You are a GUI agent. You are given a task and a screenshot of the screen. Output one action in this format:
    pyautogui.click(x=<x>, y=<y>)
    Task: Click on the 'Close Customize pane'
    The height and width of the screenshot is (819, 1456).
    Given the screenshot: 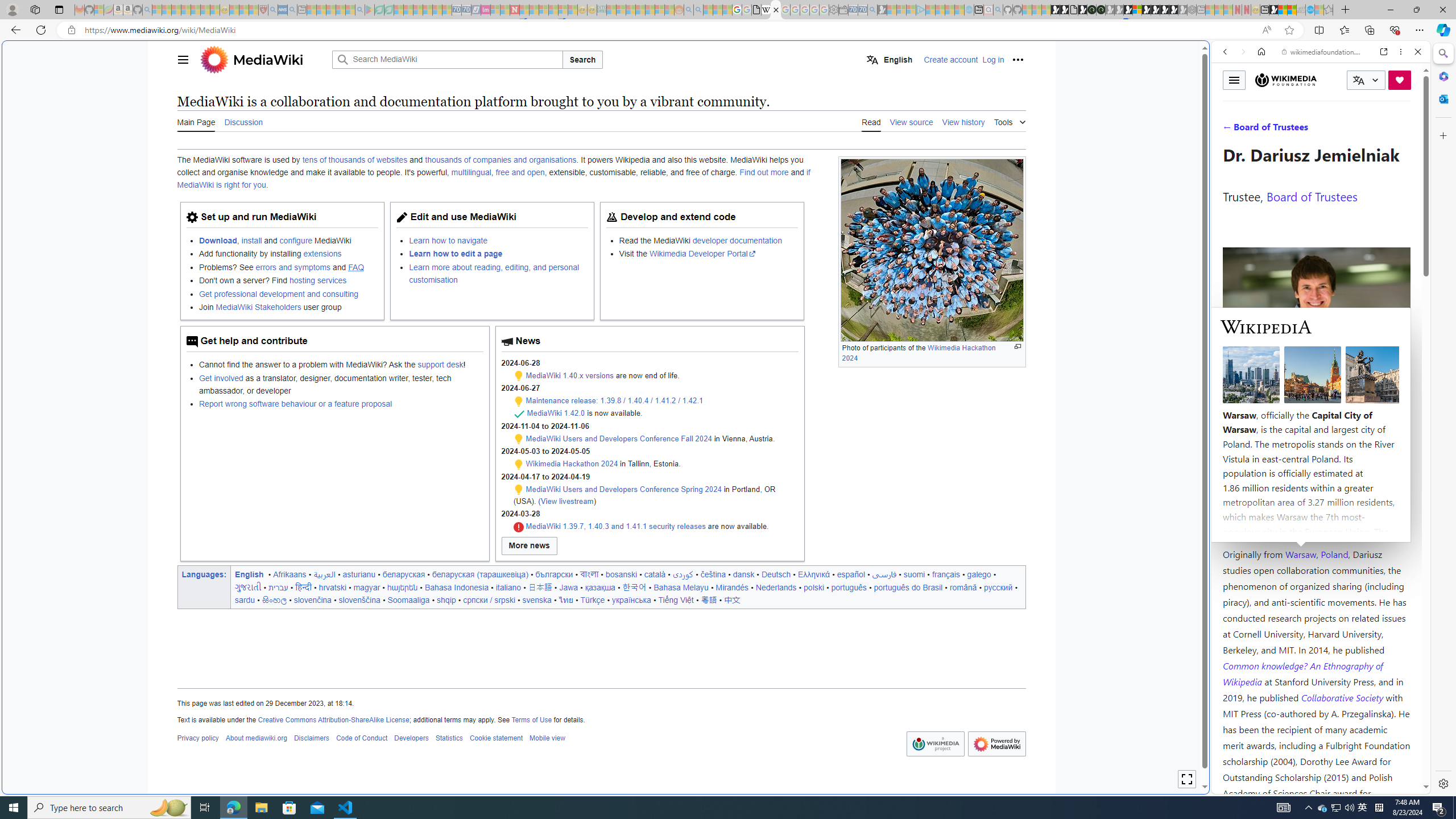 What is the action you would take?
    pyautogui.click(x=1442, y=135)
    